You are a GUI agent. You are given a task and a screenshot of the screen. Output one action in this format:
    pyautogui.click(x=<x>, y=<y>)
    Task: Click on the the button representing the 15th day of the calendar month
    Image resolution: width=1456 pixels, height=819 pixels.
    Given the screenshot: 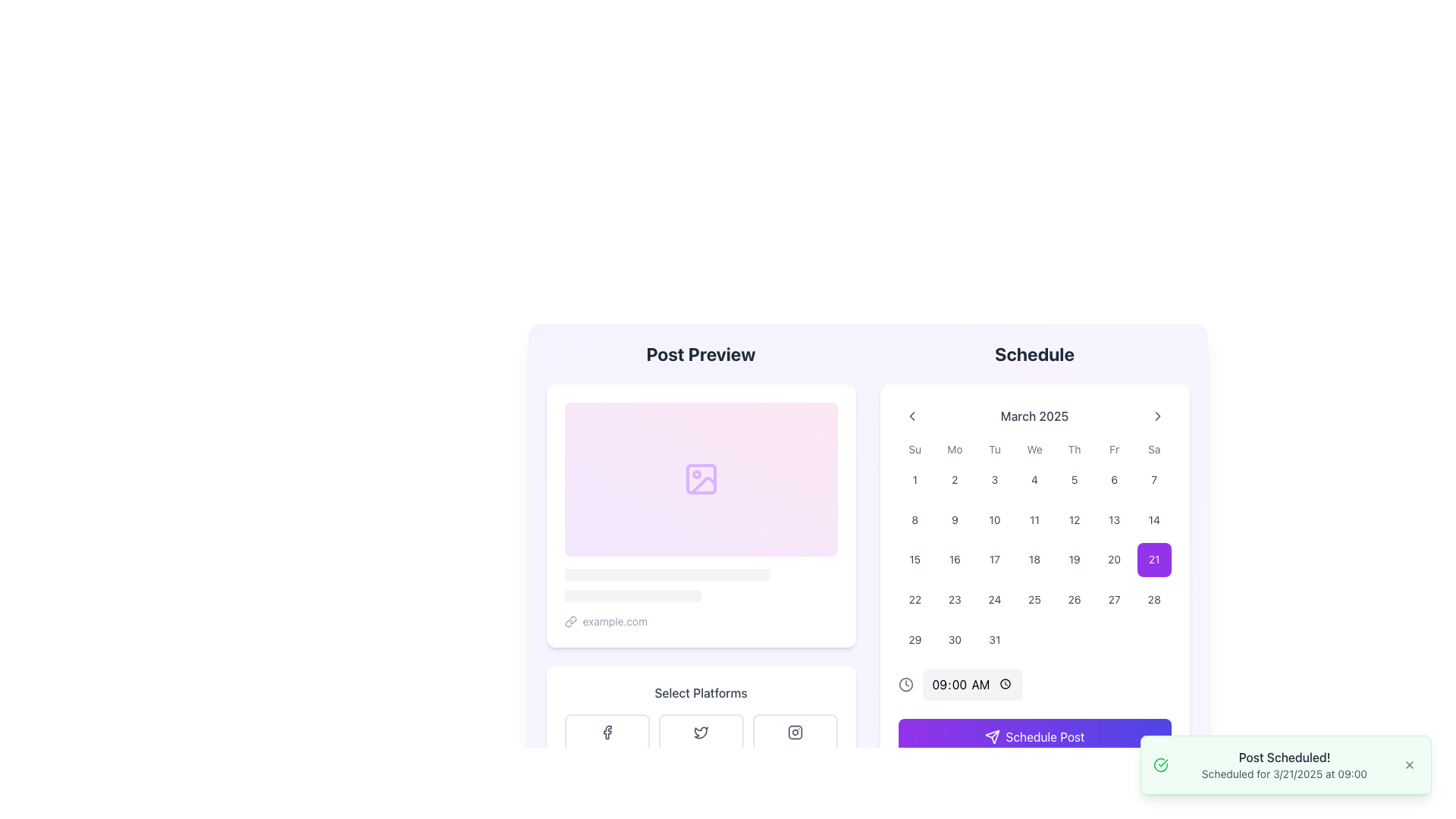 What is the action you would take?
    pyautogui.click(x=914, y=560)
    